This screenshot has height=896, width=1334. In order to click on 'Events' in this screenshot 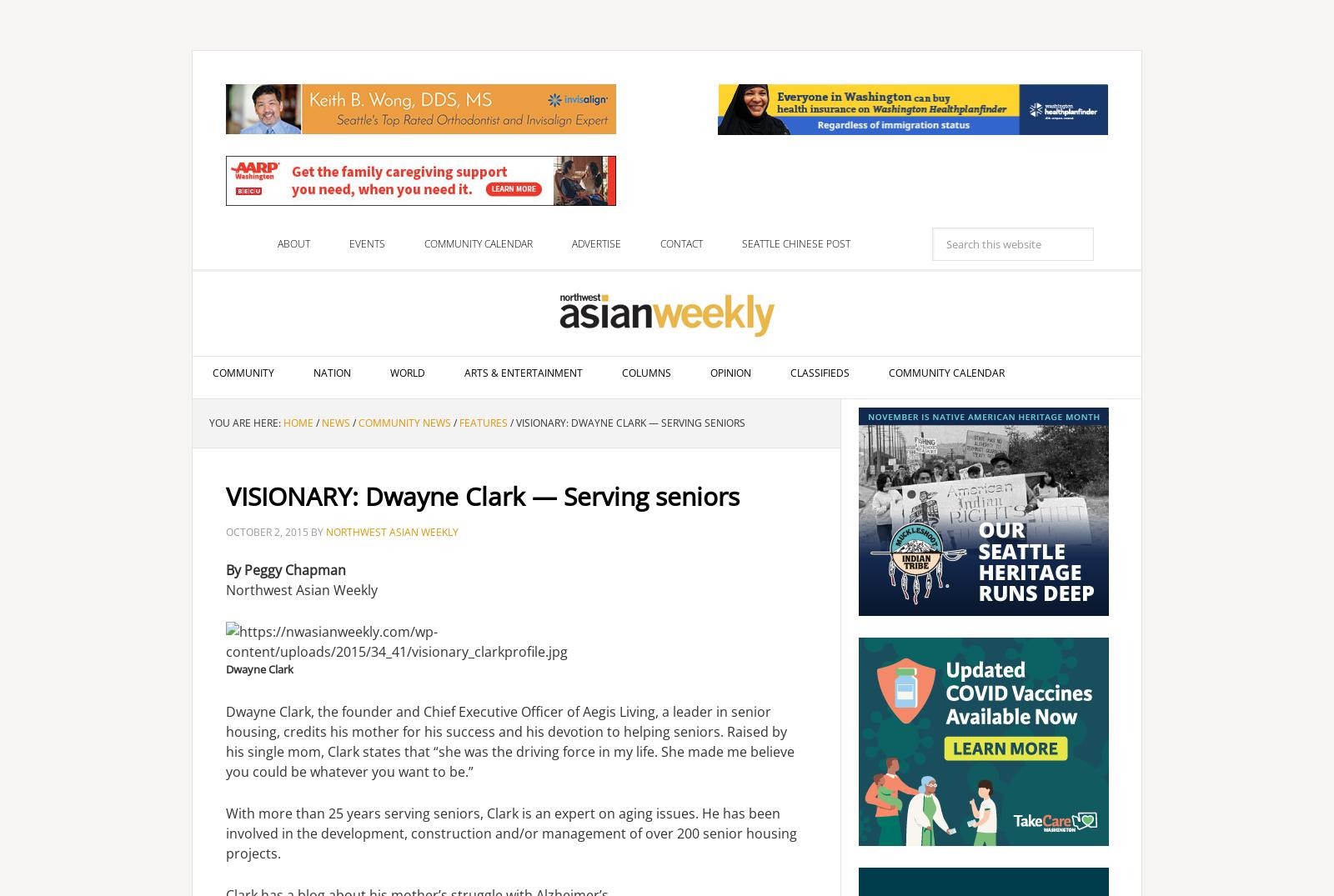, I will do `click(349, 243)`.